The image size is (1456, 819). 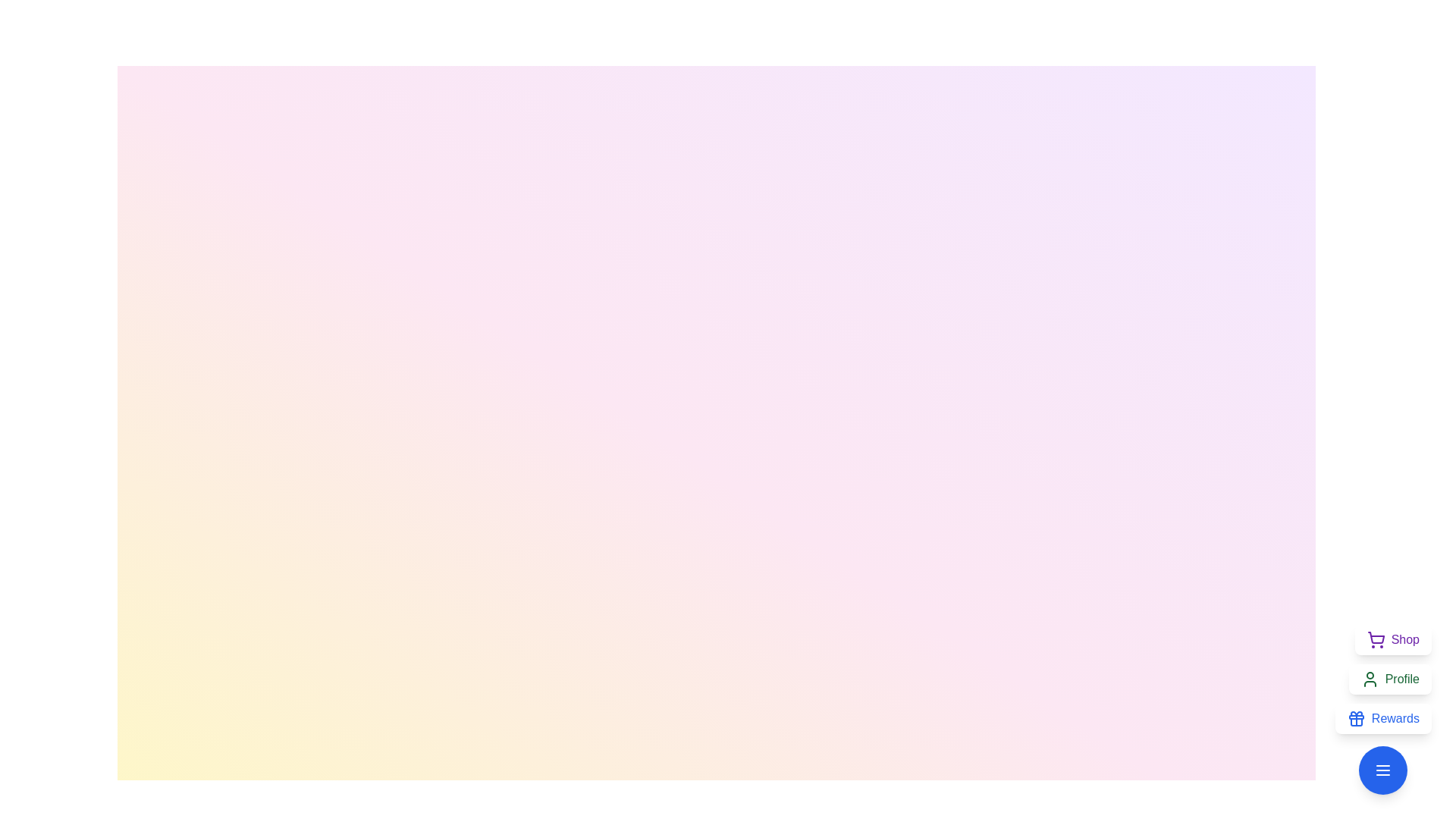 I want to click on the blue gift icon in the sidebar menu, so click(x=1356, y=718).